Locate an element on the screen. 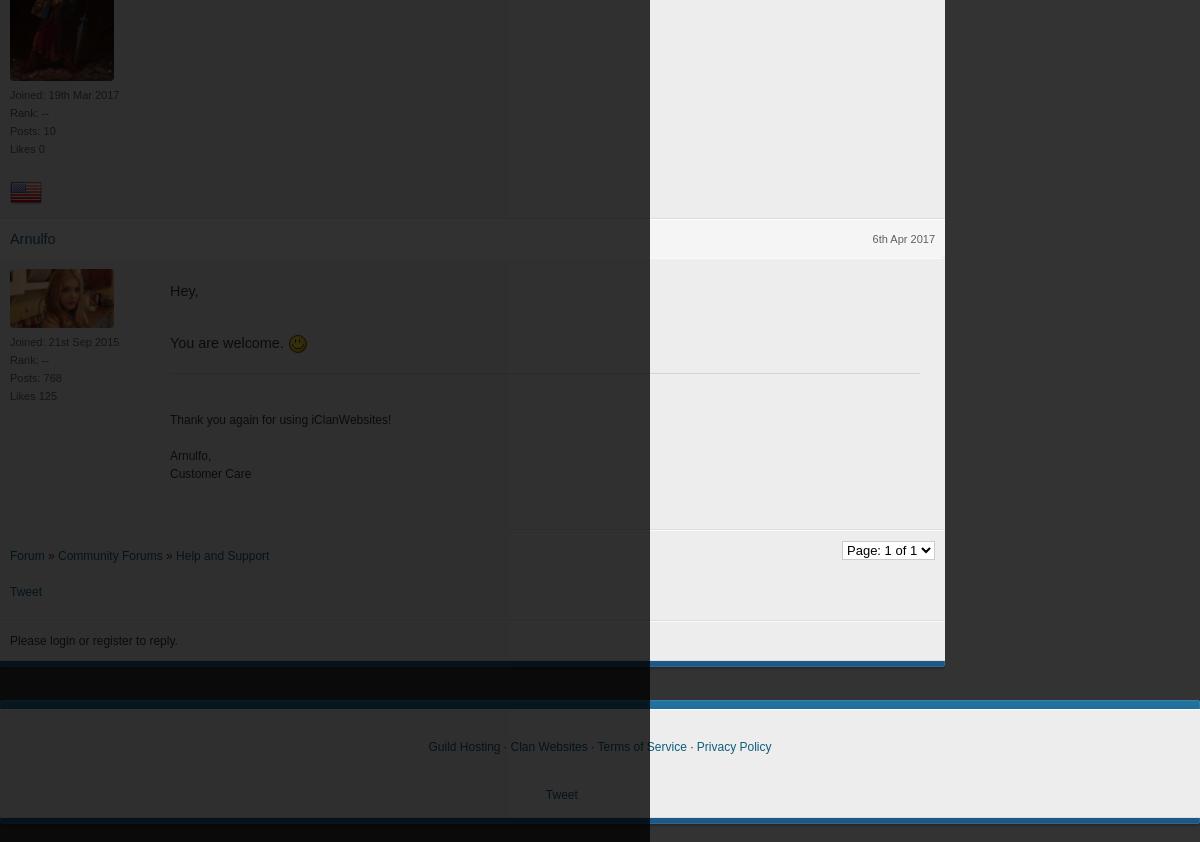 Image resolution: width=1200 pixels, height=842 pixels. 'Forum' is located at coordinates (27, 554).